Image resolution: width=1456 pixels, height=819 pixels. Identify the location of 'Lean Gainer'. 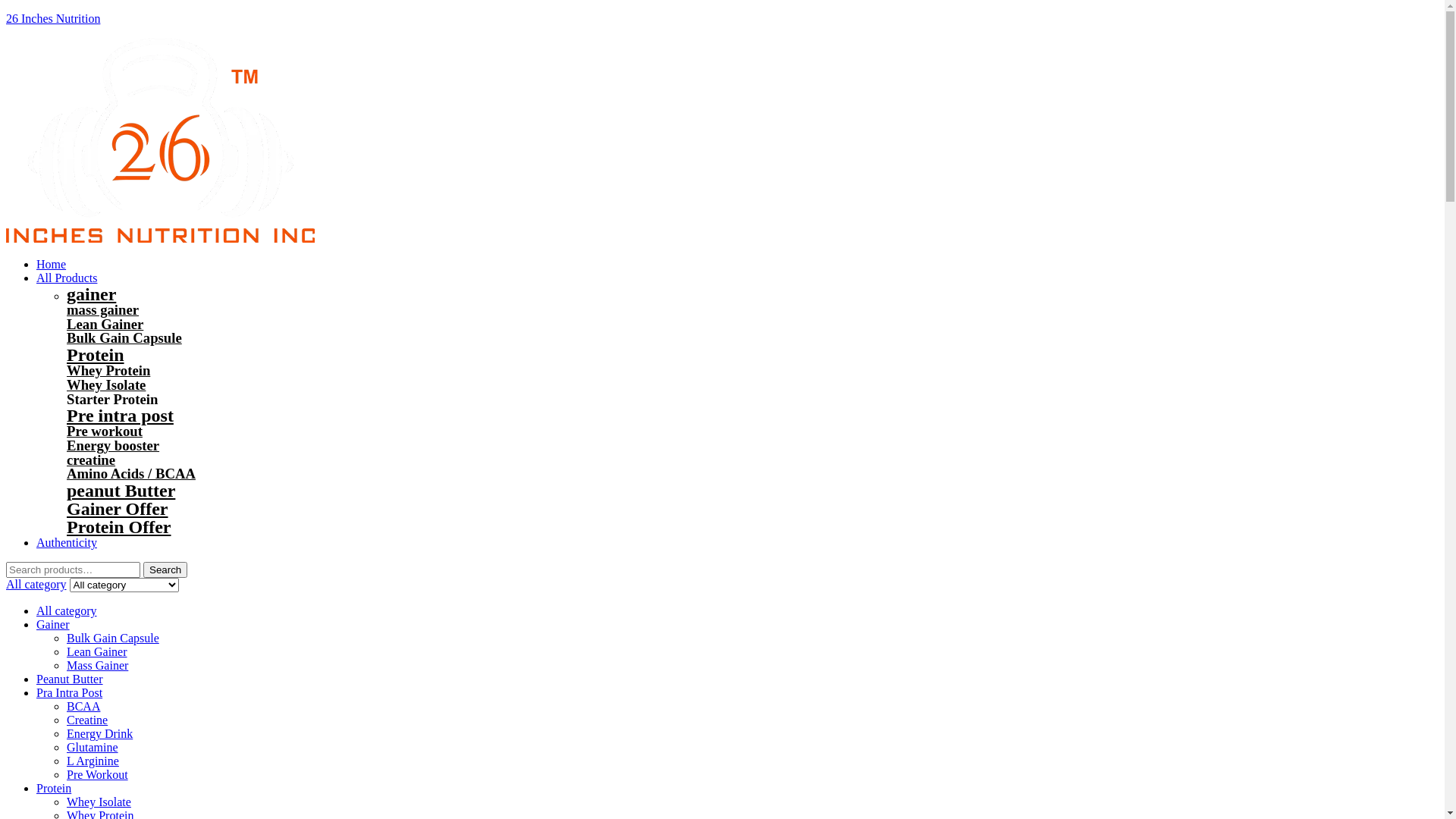
(65, 323).